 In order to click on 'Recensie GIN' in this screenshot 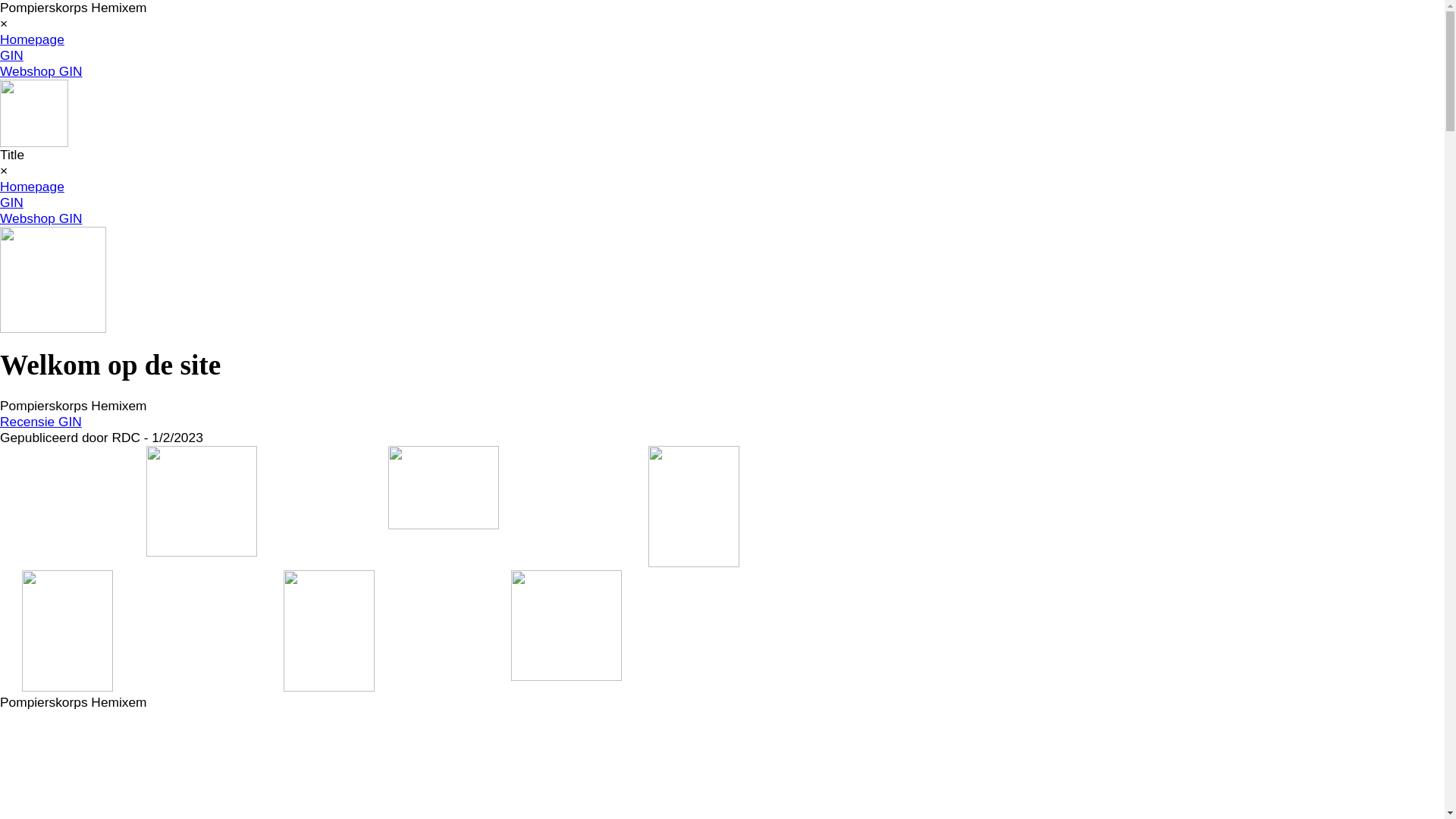, I will do `click(40, 421)`.